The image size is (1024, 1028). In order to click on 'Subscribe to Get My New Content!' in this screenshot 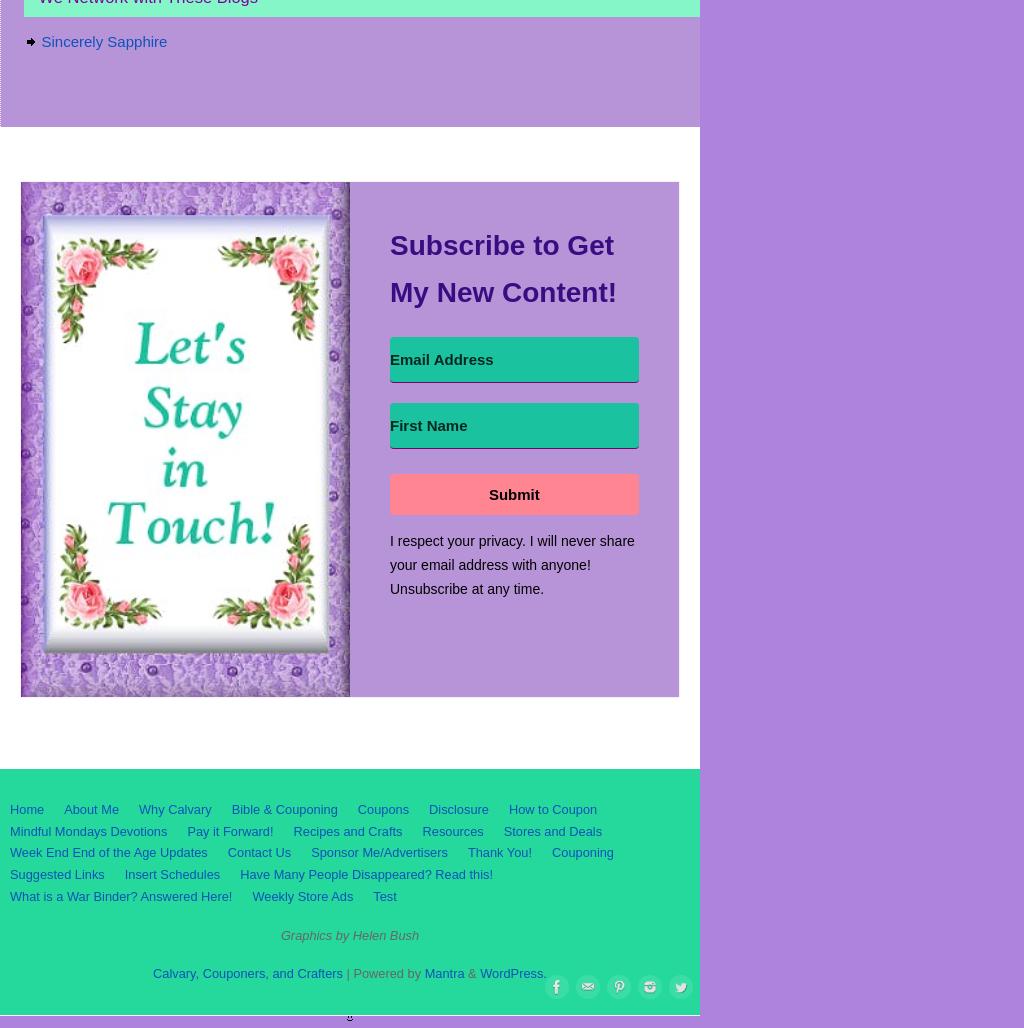, I will do `click(502, 268)`.